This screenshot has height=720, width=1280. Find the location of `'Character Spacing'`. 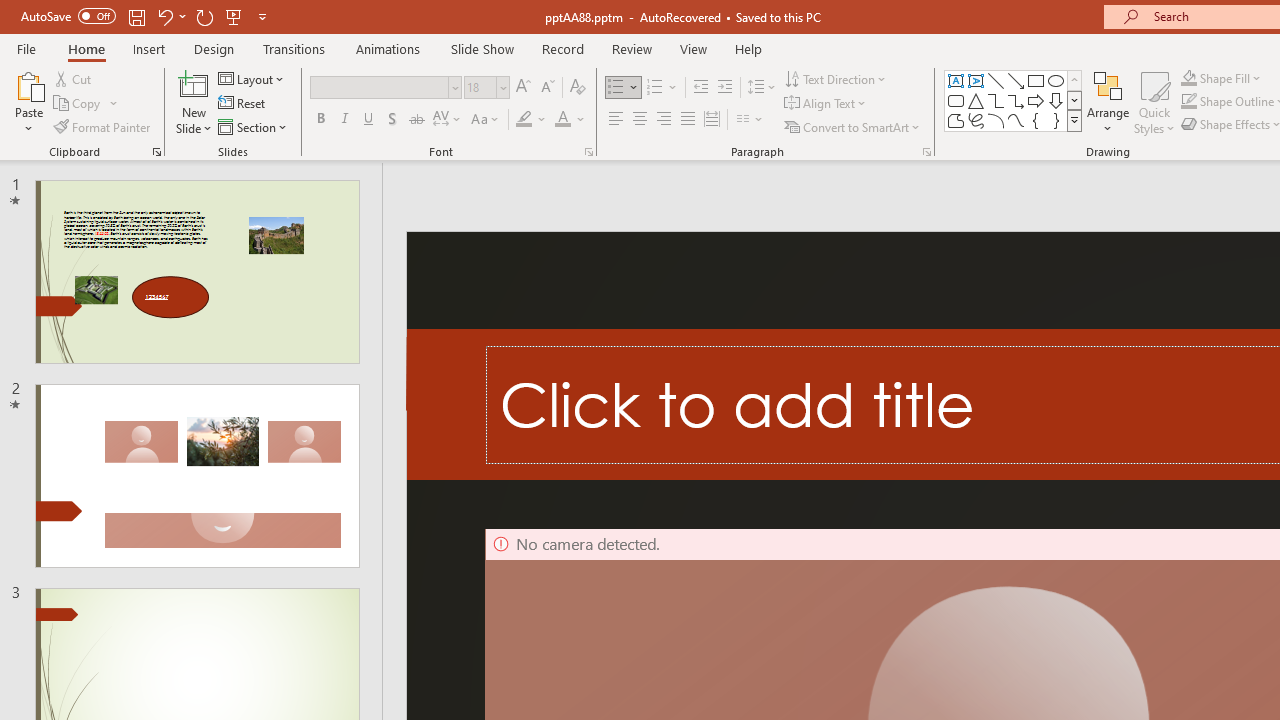

'Character Spacing' is located at coordinates (447, 119).